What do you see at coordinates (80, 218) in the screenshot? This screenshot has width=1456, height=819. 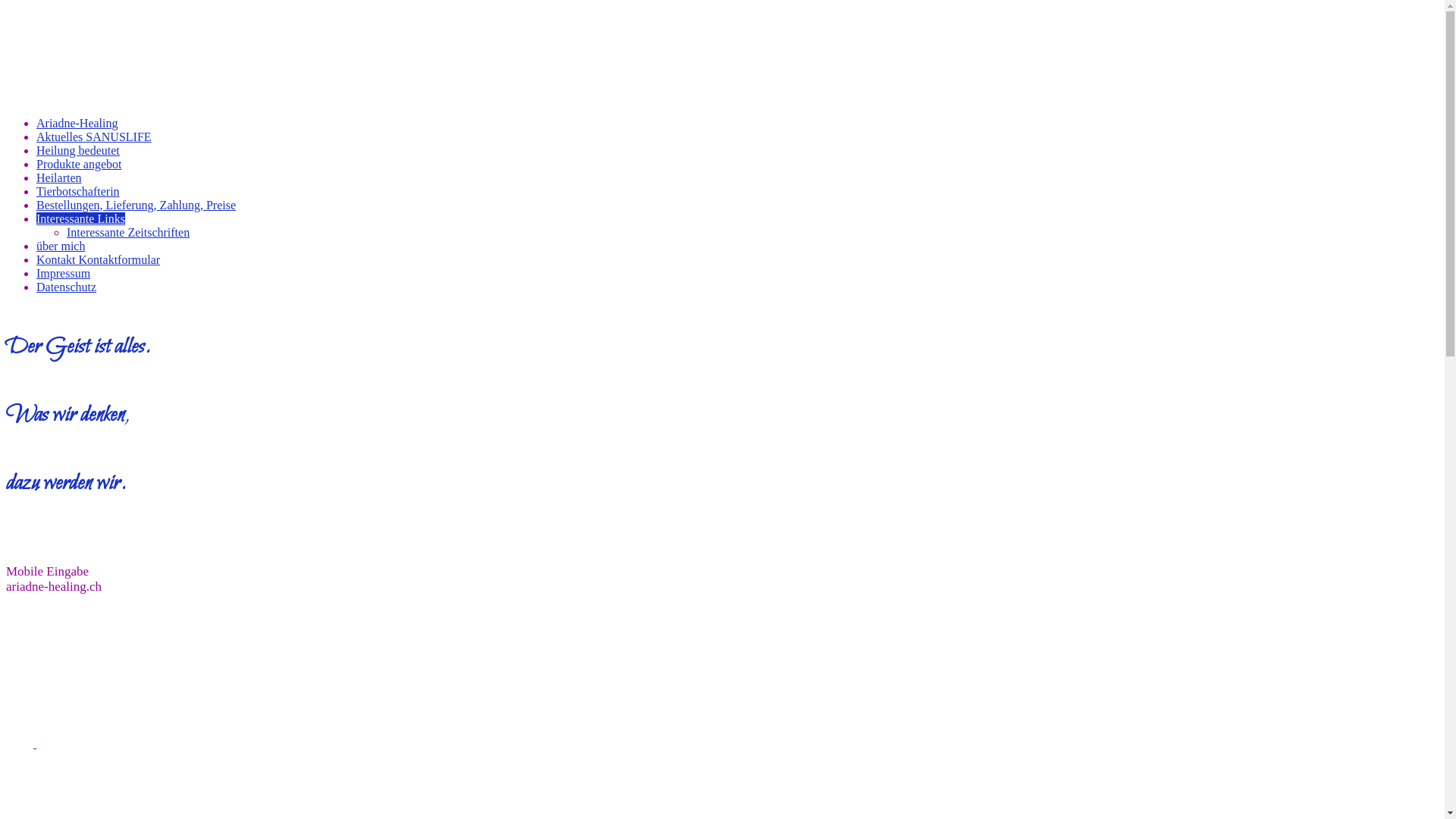 I see `'Interessante Links'` at bounding box center [80, 218].